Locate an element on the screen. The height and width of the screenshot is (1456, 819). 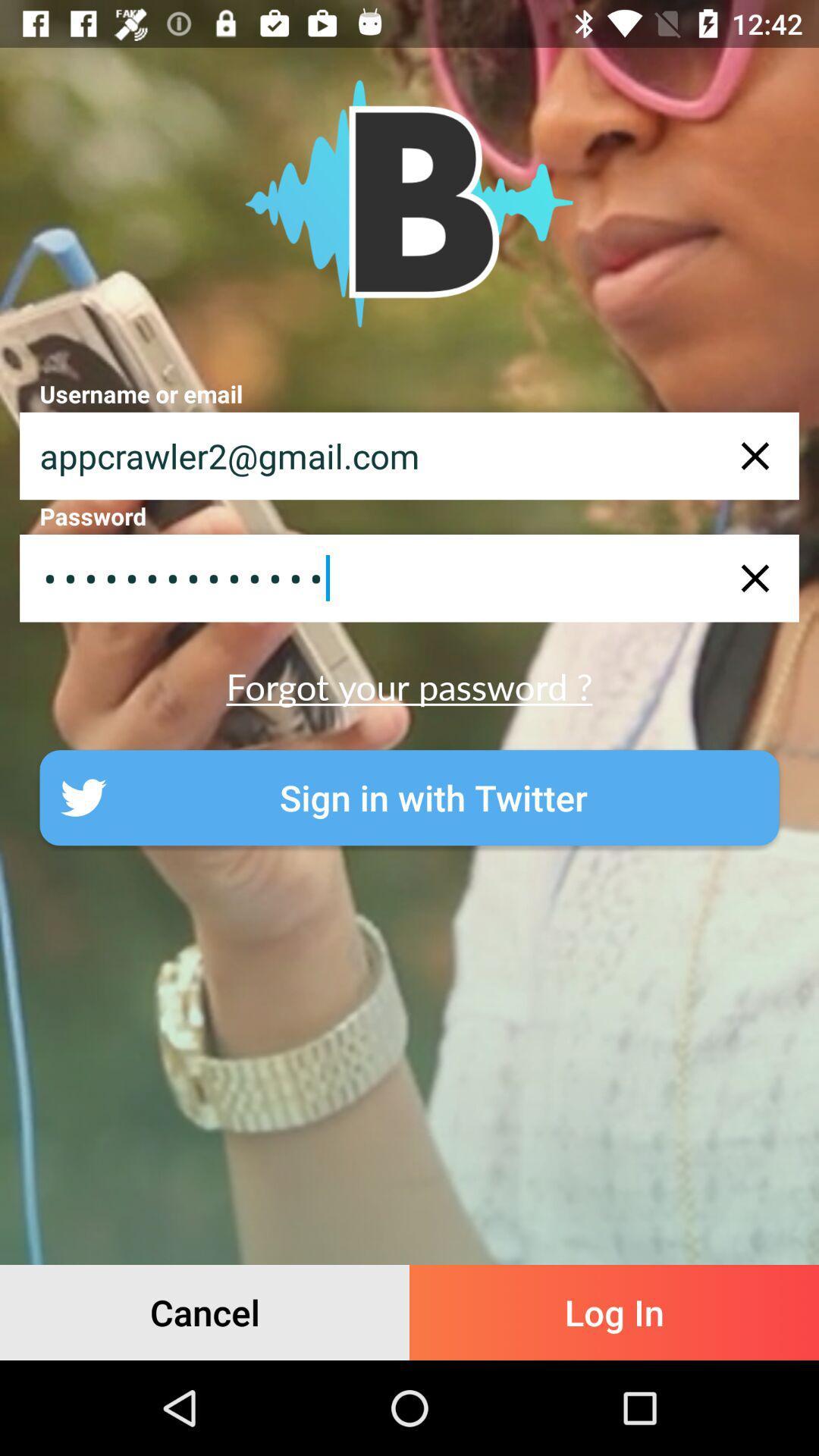
icon at the bottom right corner is located at coordinates (614, 1312).